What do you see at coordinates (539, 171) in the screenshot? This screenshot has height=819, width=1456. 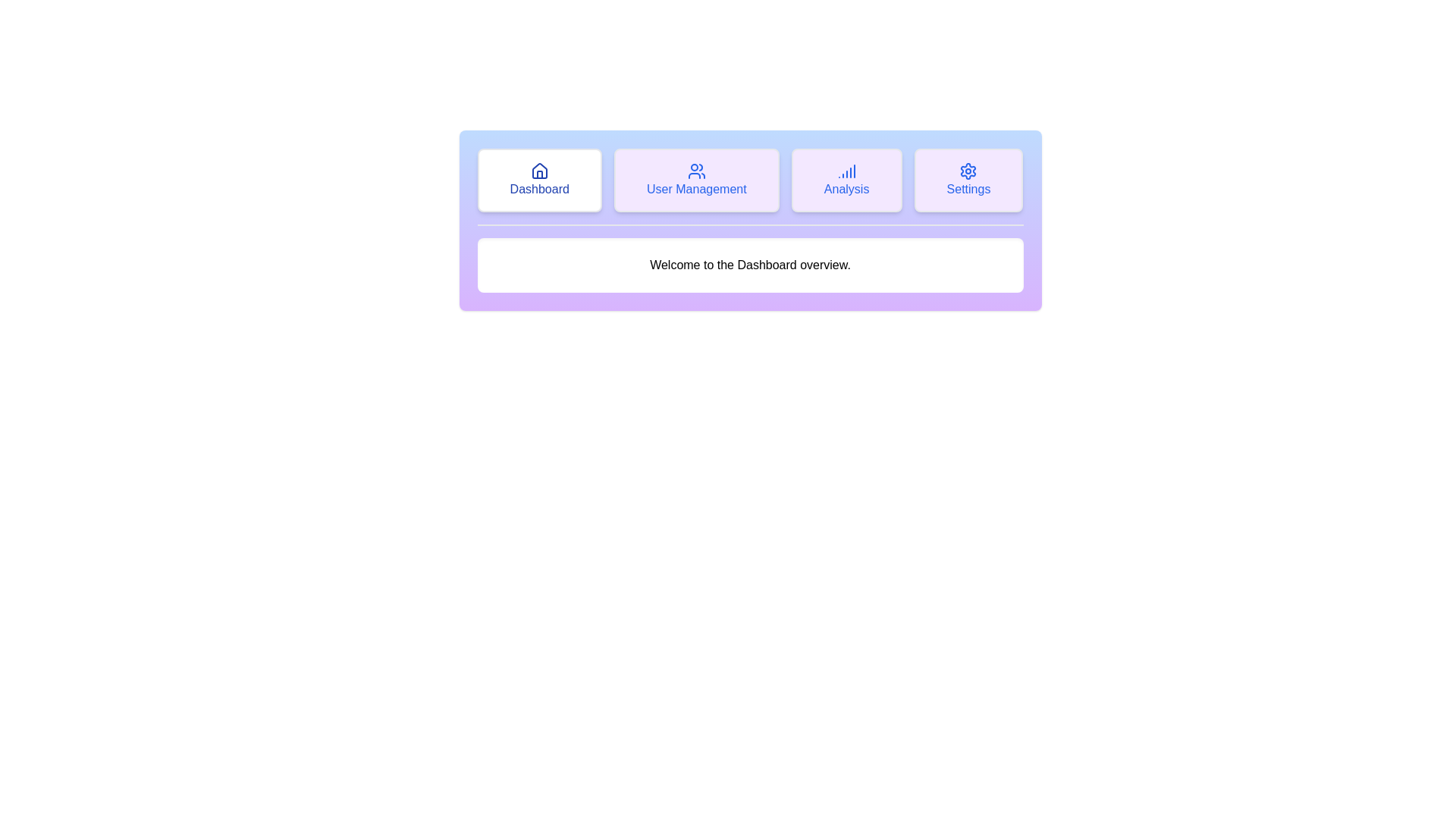 I see `the house-shaped icon in the 'Dashboard' section, which has a distinct roof and door lines, styled with a simple stroke design` at bounding box center [539, 171].